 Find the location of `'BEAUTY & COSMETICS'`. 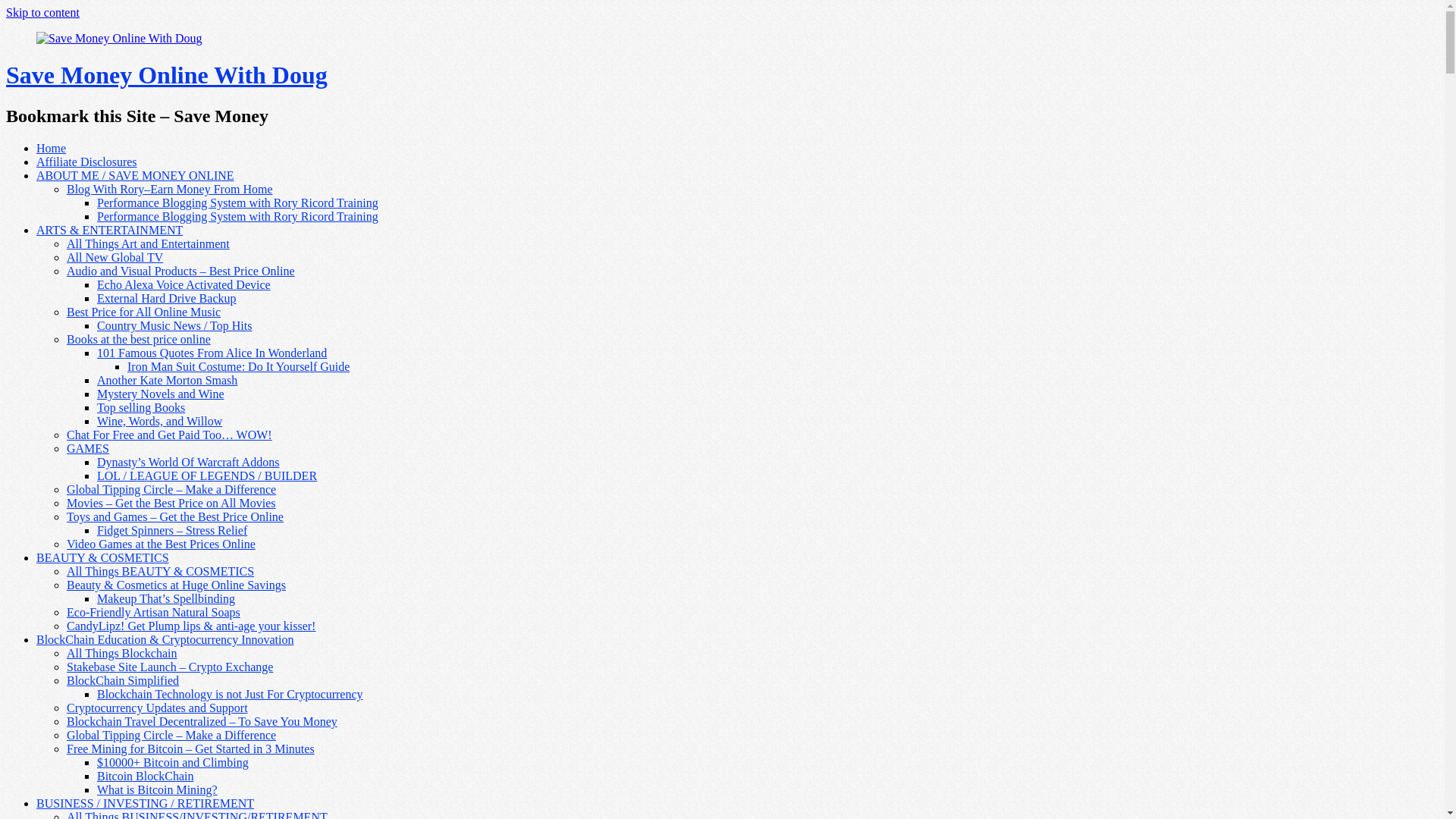

'BEAUTY & COSMETICS' is located at coordinates (102, 557).